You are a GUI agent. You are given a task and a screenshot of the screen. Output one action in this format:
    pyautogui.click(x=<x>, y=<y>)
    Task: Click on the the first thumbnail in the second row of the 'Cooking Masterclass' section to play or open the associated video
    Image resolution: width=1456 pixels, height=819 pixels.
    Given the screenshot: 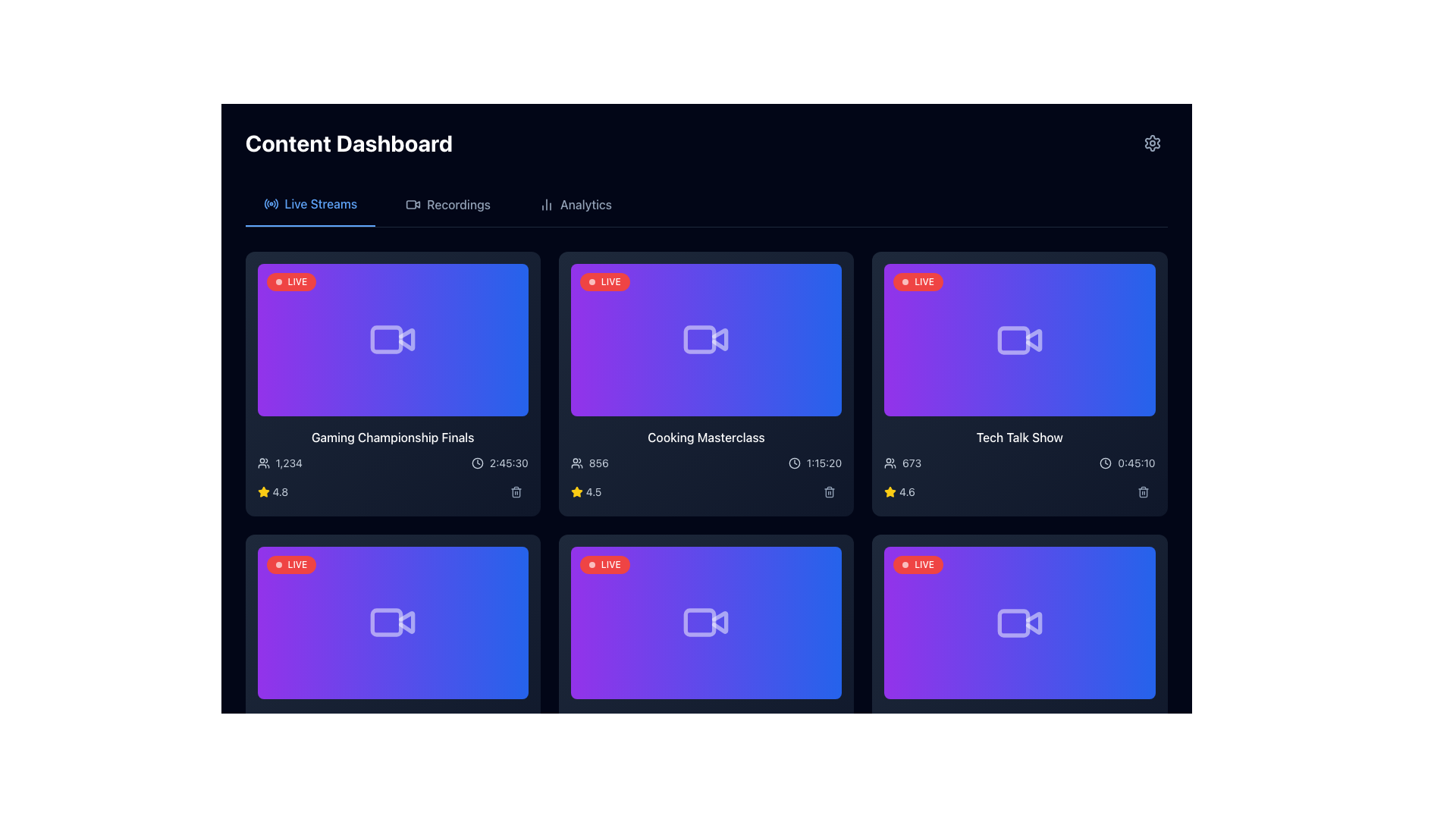 What is the action you would take?
    pyautogui.click(x=705, y=339)
    